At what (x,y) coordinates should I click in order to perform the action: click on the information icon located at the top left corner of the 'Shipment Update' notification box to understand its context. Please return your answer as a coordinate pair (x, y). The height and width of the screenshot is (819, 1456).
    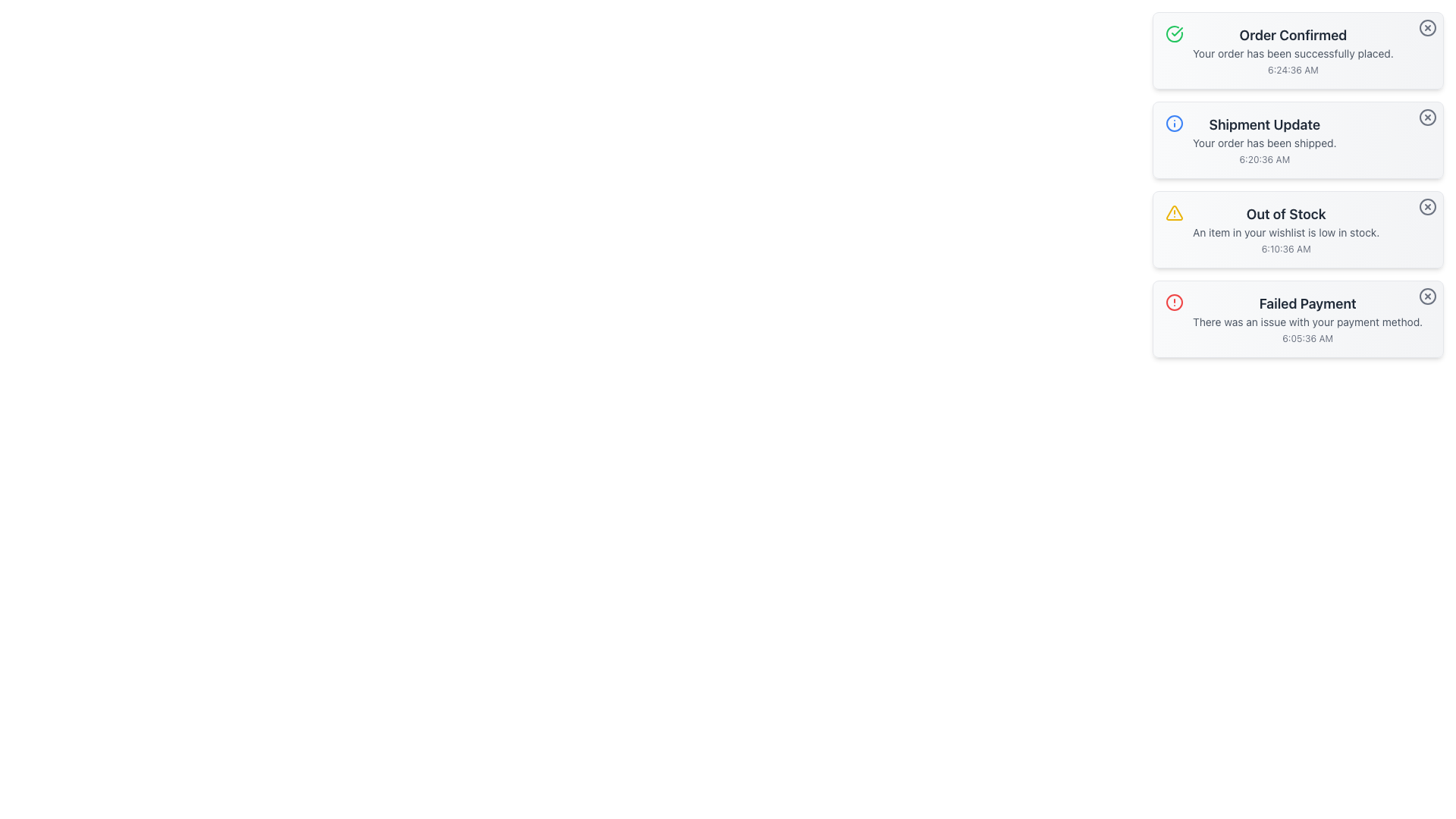
    Looking at the image, I should click on (1174, 122).